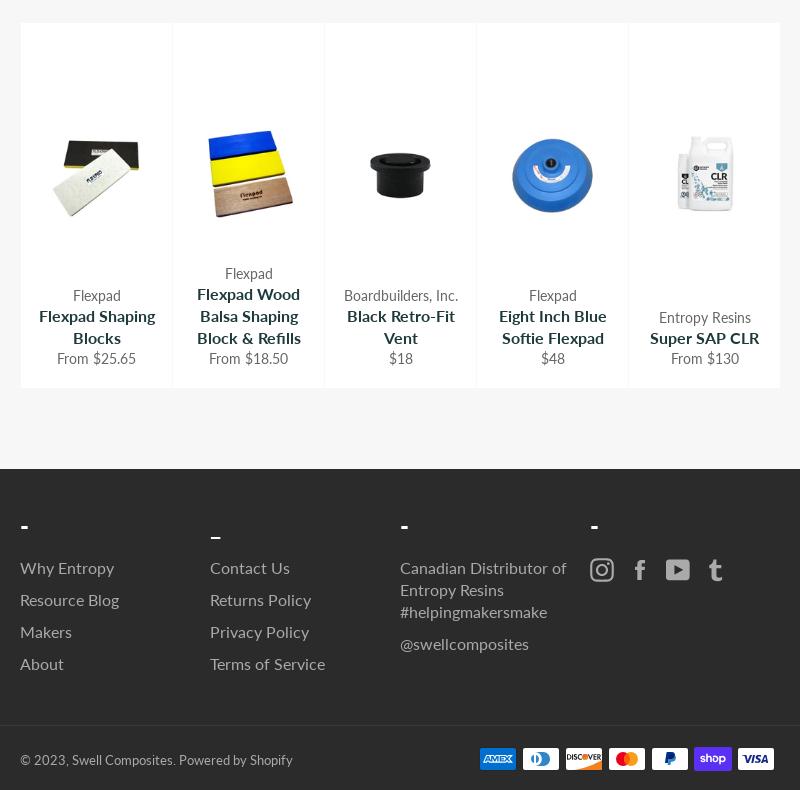 This screenshot has width=800, height=790. I want to click on '$48', so click(552, 357).